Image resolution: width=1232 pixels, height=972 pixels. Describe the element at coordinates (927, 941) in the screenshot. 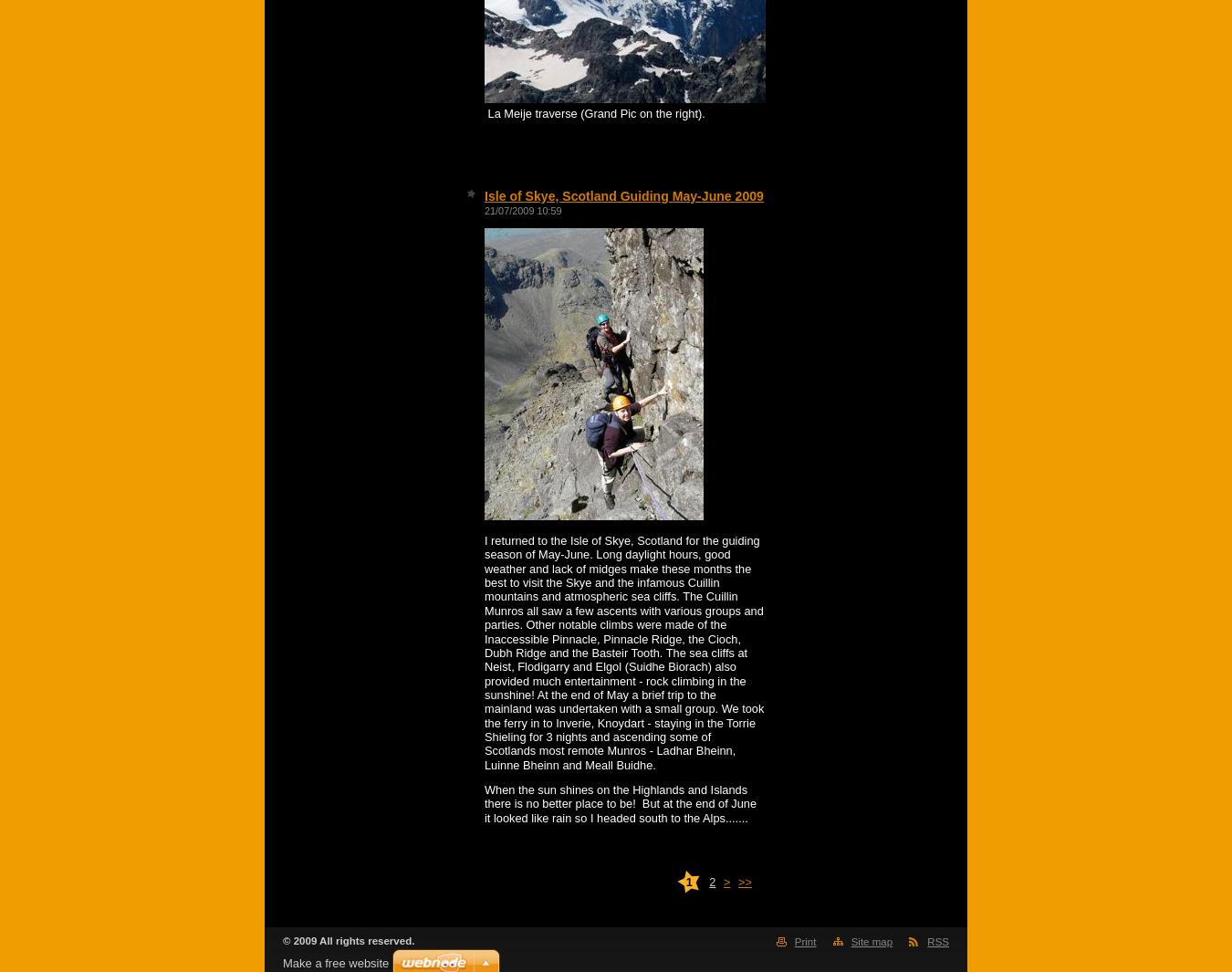

I see `'RSS'` at that location.